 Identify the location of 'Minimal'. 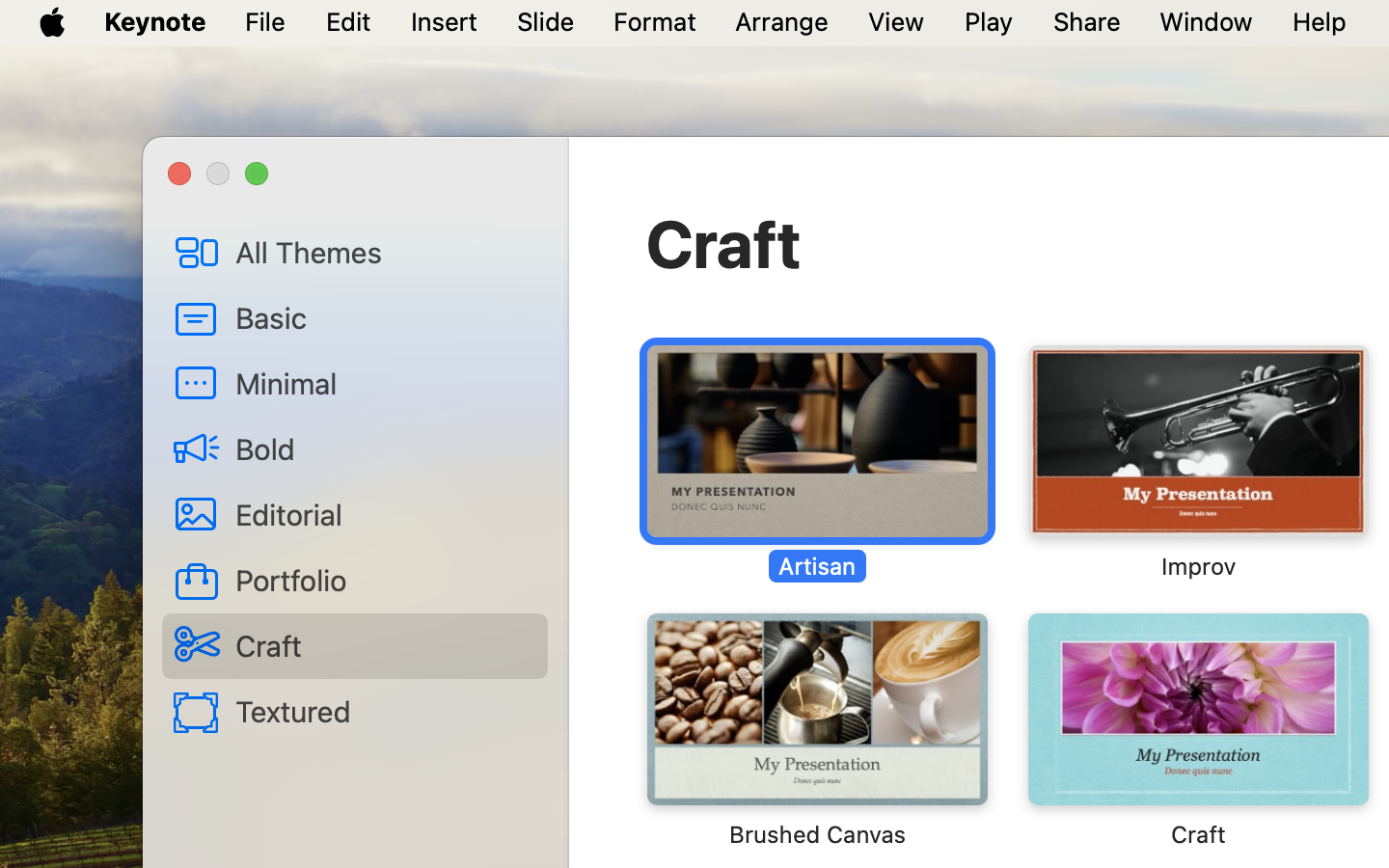
(383, 382).